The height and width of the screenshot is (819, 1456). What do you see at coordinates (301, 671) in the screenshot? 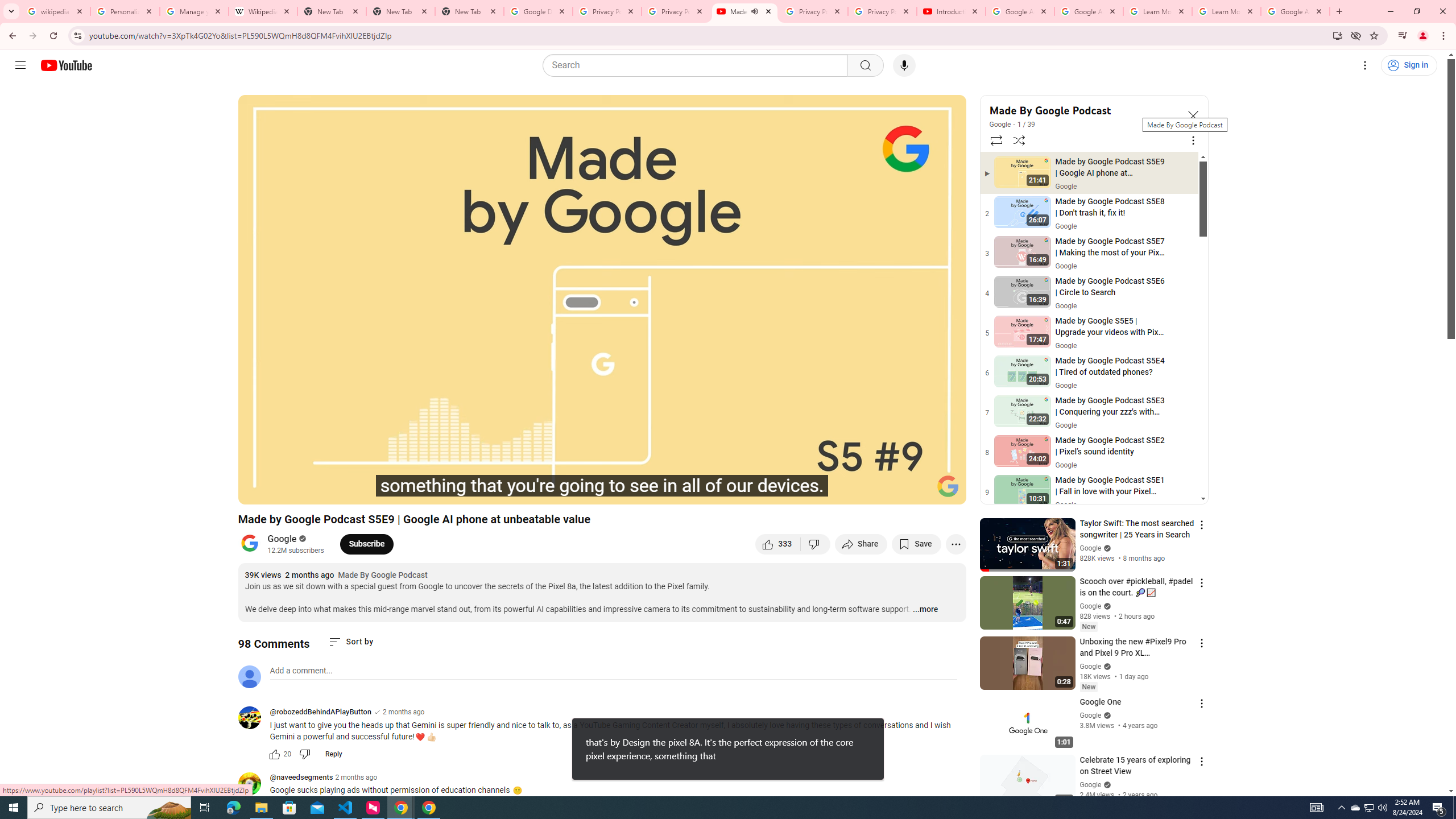
I see `'AutomationID: simplebox-placeholder'` at bounding box center [301, 671].